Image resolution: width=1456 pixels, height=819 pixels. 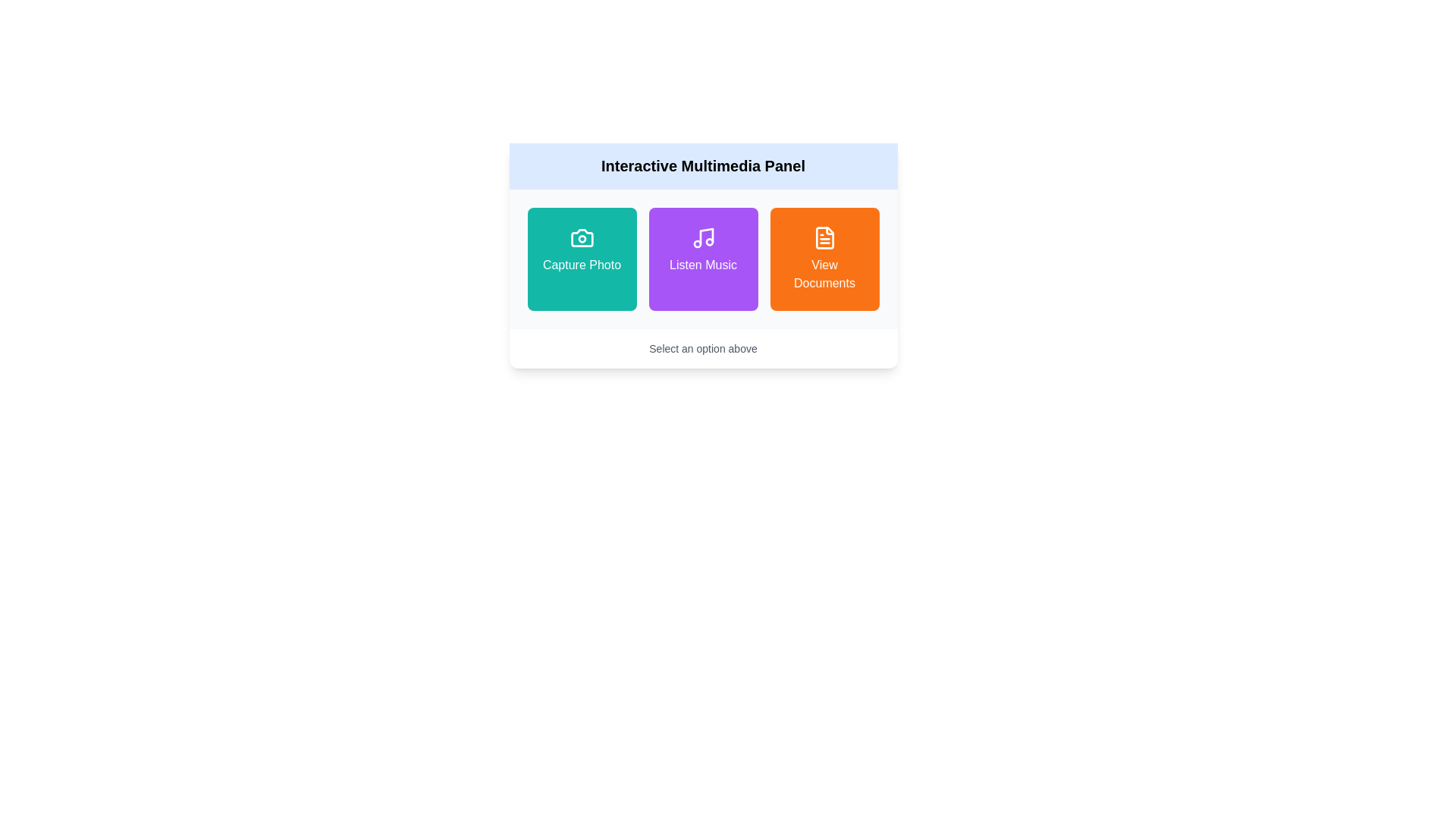 I want to click on the 'Listen Music' button on the Interactive Multimedia Panel, so click(x=702, y=255).